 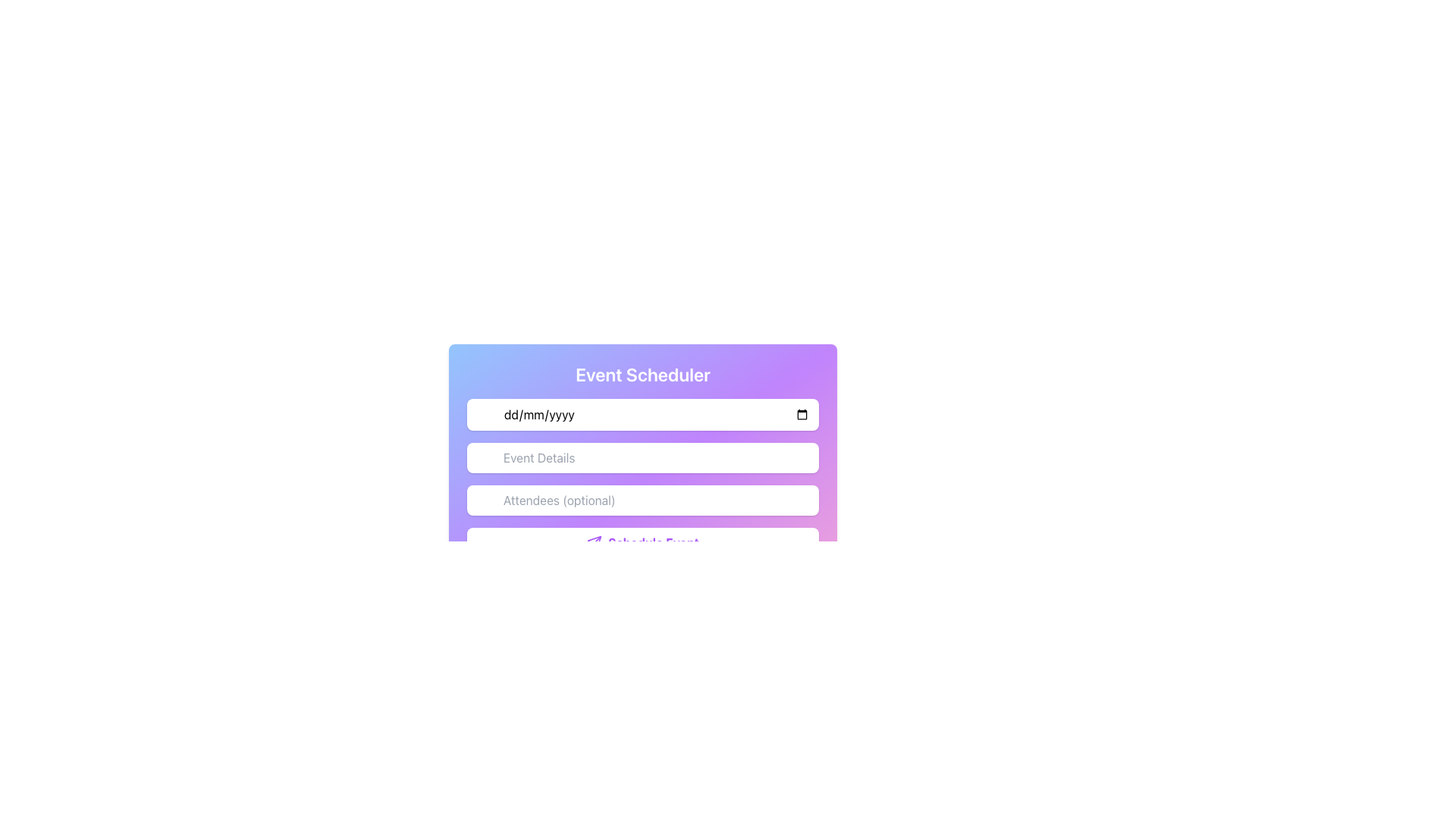 What do you see at coordinates (643, 479) in the screenshot?
I see `the text input field styled with a gradient background, located in the 'Event Scheduler' card, positioned between the date input and the optional attendees field` at bounding box center [643, 479].